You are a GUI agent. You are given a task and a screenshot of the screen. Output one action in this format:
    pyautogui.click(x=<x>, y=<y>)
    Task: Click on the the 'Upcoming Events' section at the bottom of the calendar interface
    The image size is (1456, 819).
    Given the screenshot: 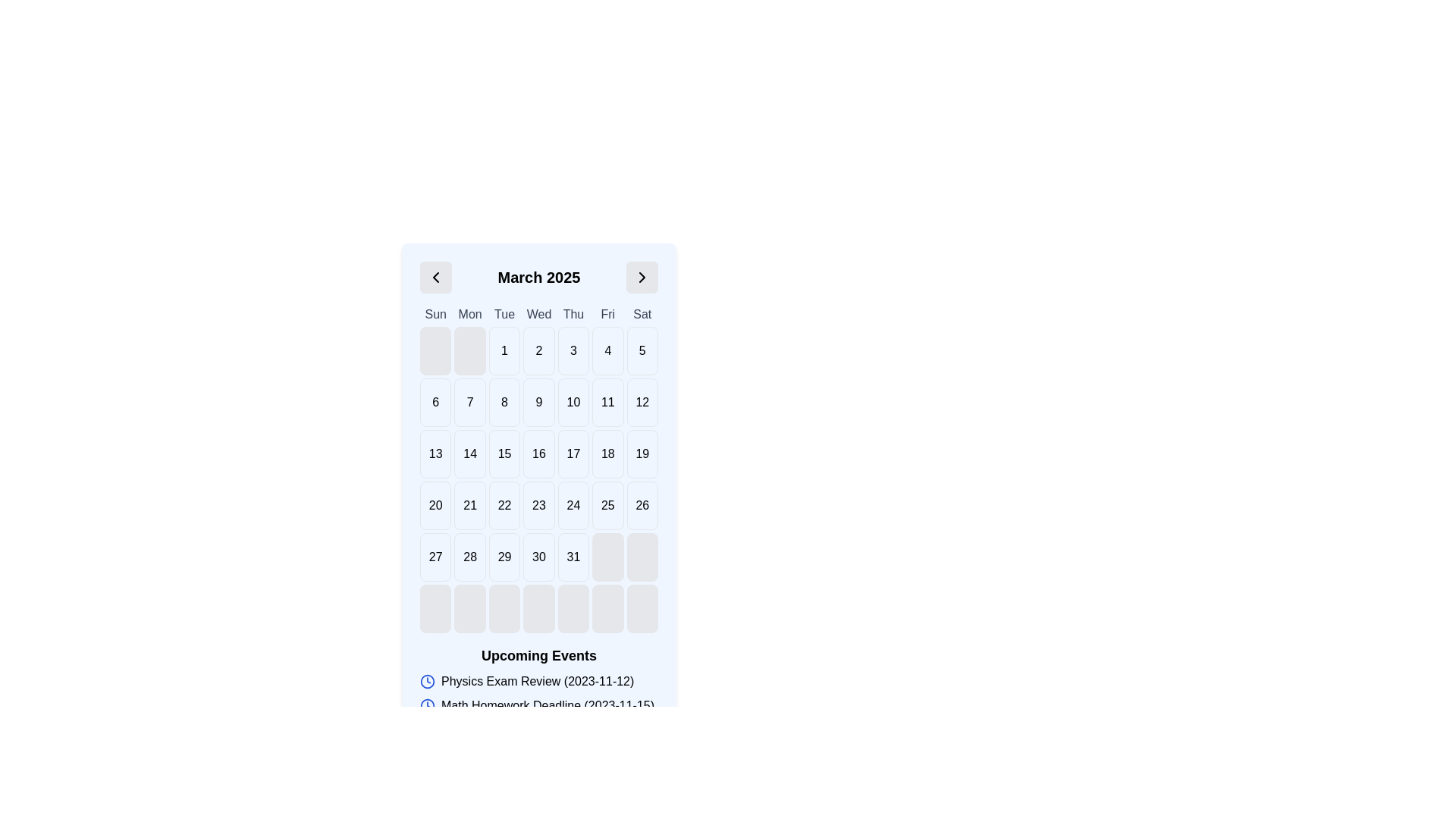 What is the action you would take?
    pyautogui.click(x=538, y=679)
    